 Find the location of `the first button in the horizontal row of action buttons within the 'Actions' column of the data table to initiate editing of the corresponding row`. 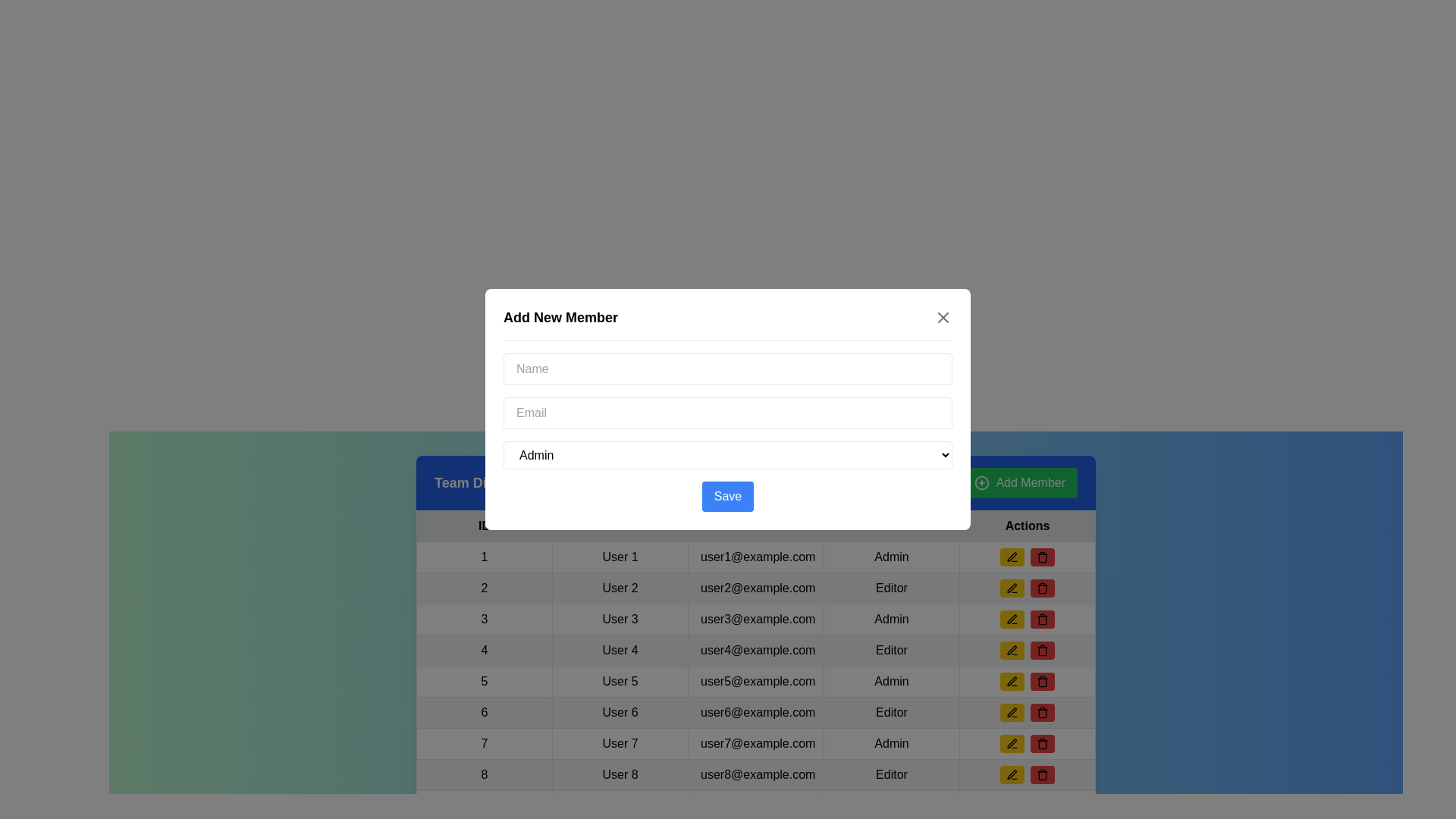

the first button in the horizontal row of action buttons within the 'Actions' column of the data table to initiate editing of the corresponding row is located at coordinates (1012, 587).